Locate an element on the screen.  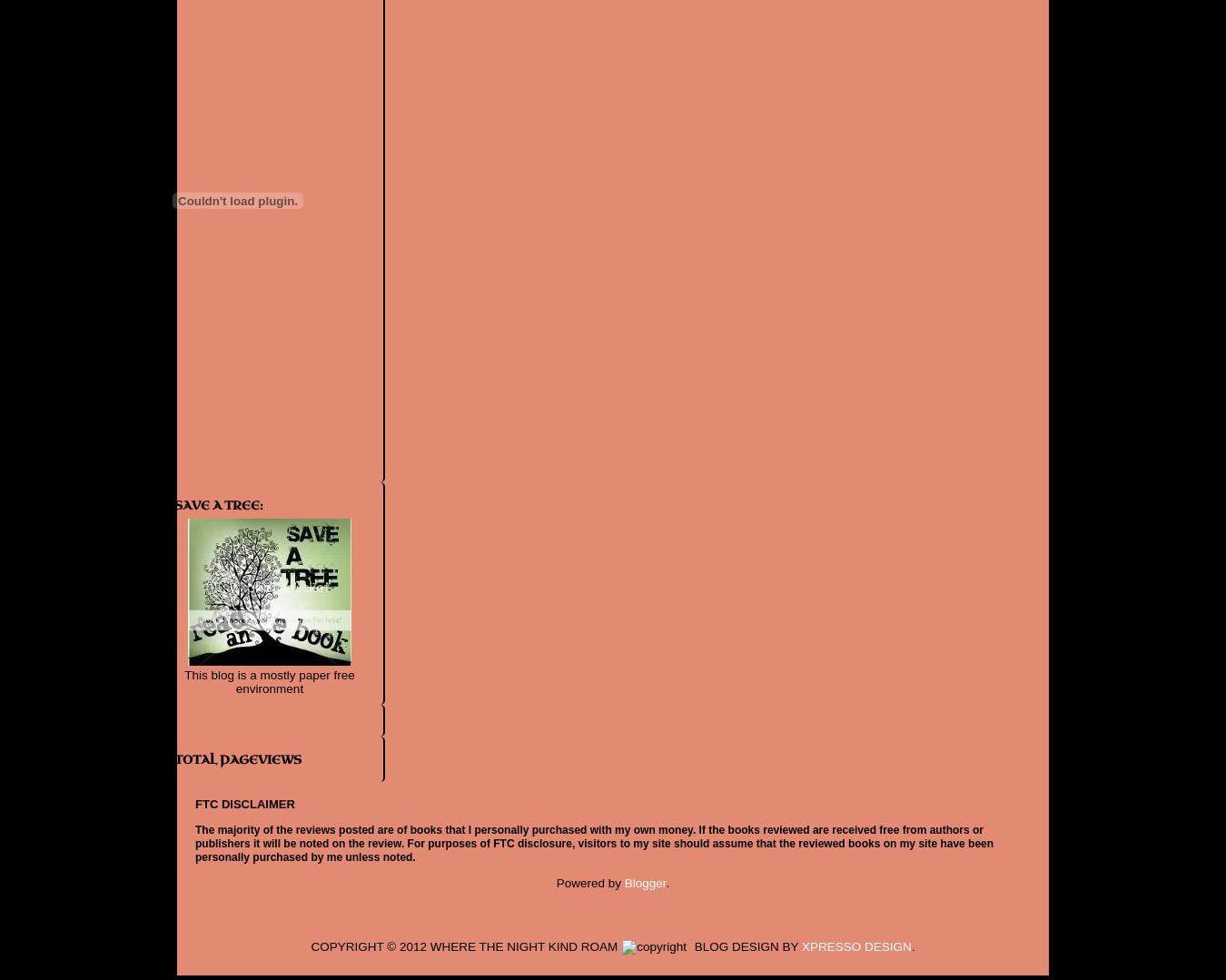
'FTC Disclaimer' is located at coordinates (243, 802).